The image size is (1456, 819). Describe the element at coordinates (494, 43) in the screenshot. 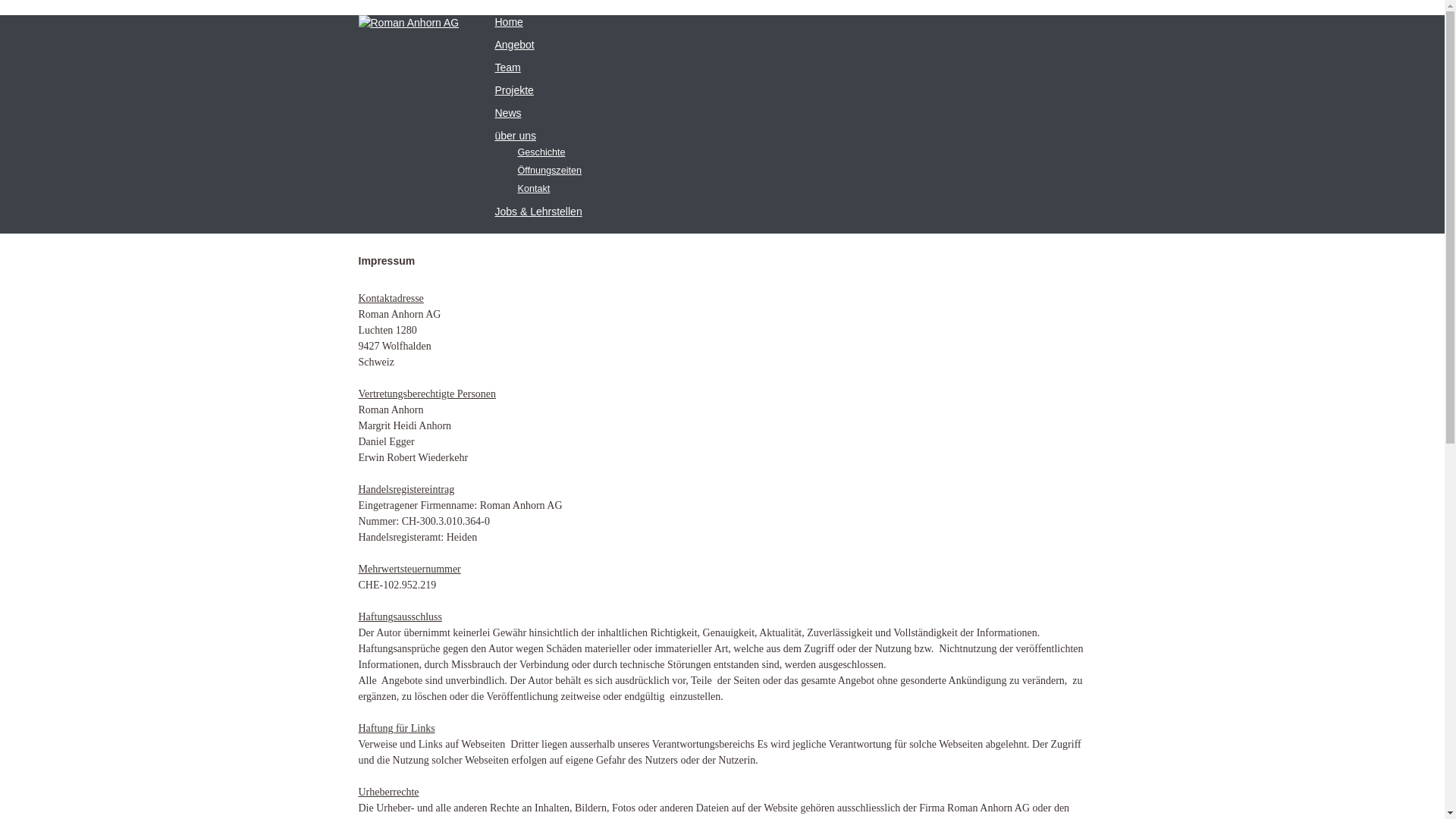

I see `'Angebot'` at that location.